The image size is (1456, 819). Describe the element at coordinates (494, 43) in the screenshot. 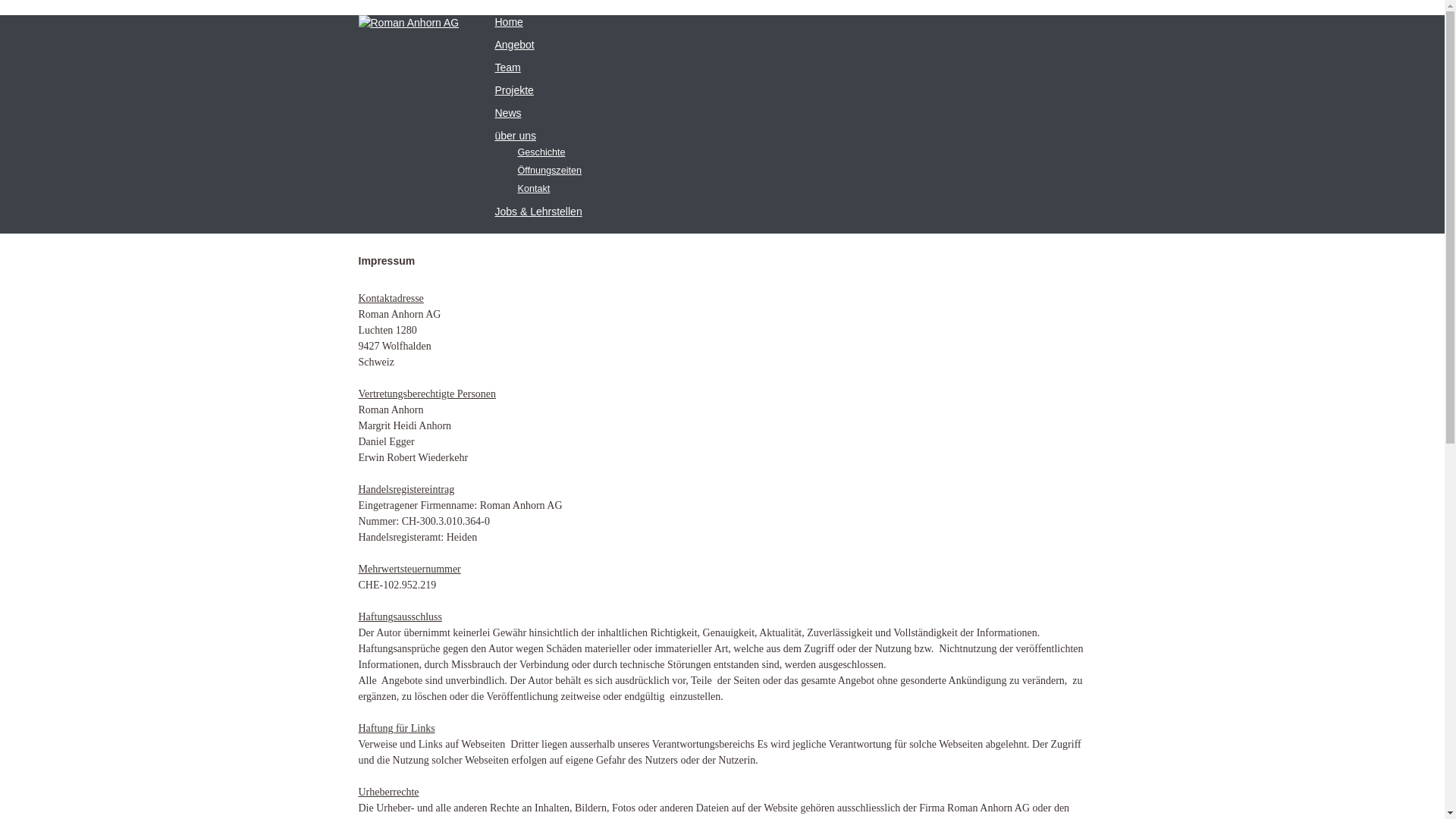

I see `'Angebot'` at that location.